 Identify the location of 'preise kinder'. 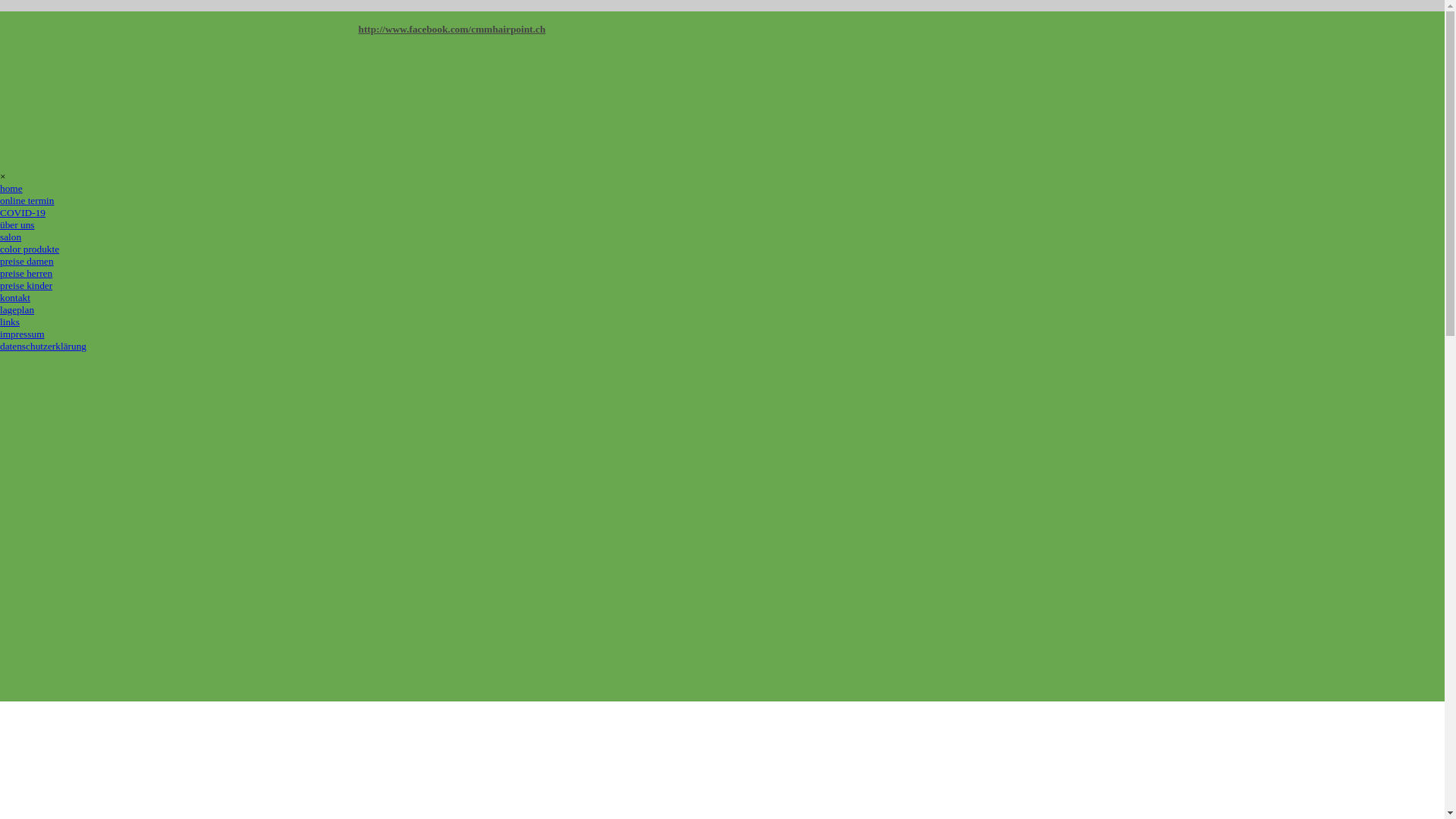
(26, 285).